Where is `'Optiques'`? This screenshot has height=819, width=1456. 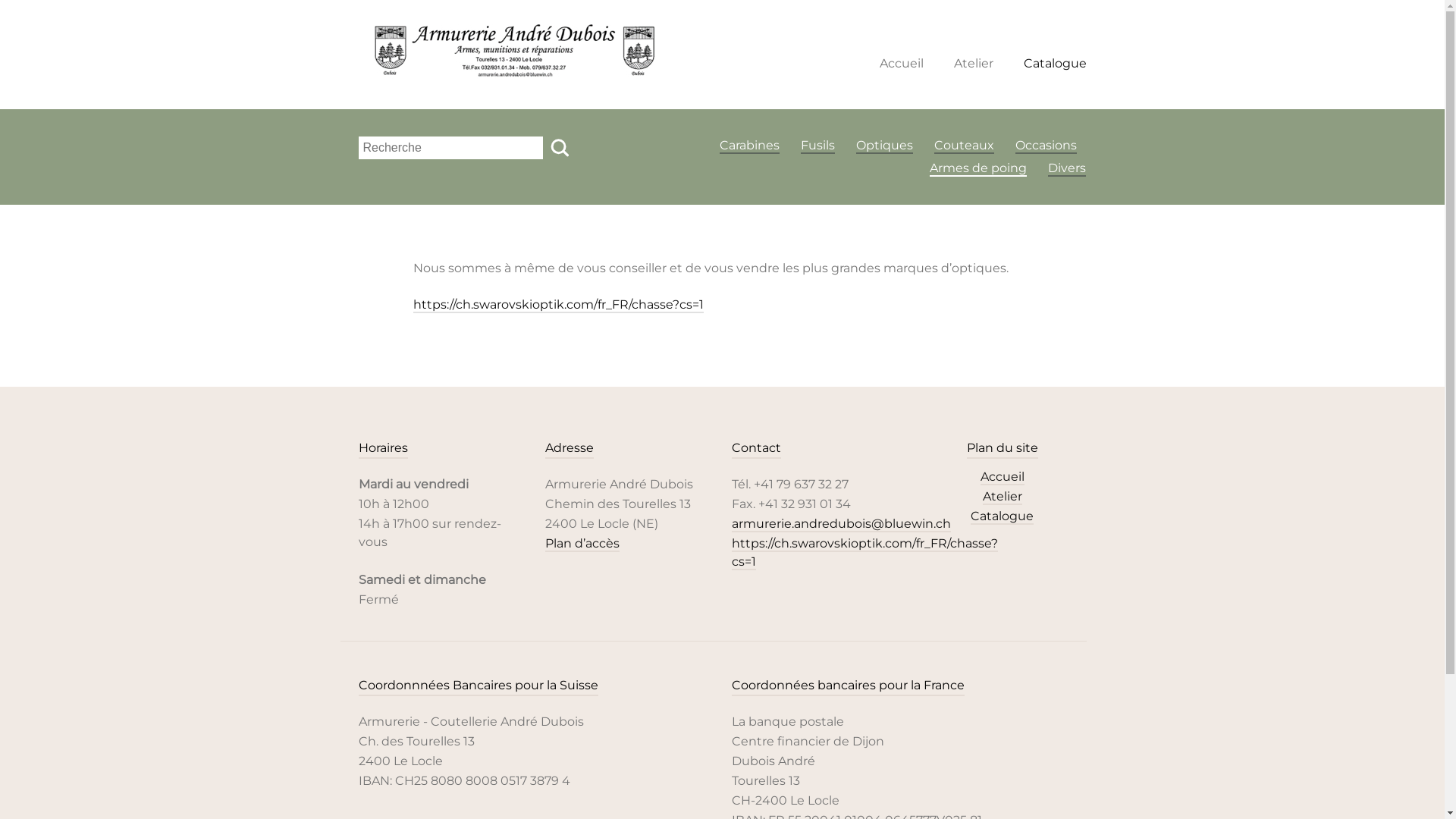
'Optiques' is located at coordinates (884, 146).